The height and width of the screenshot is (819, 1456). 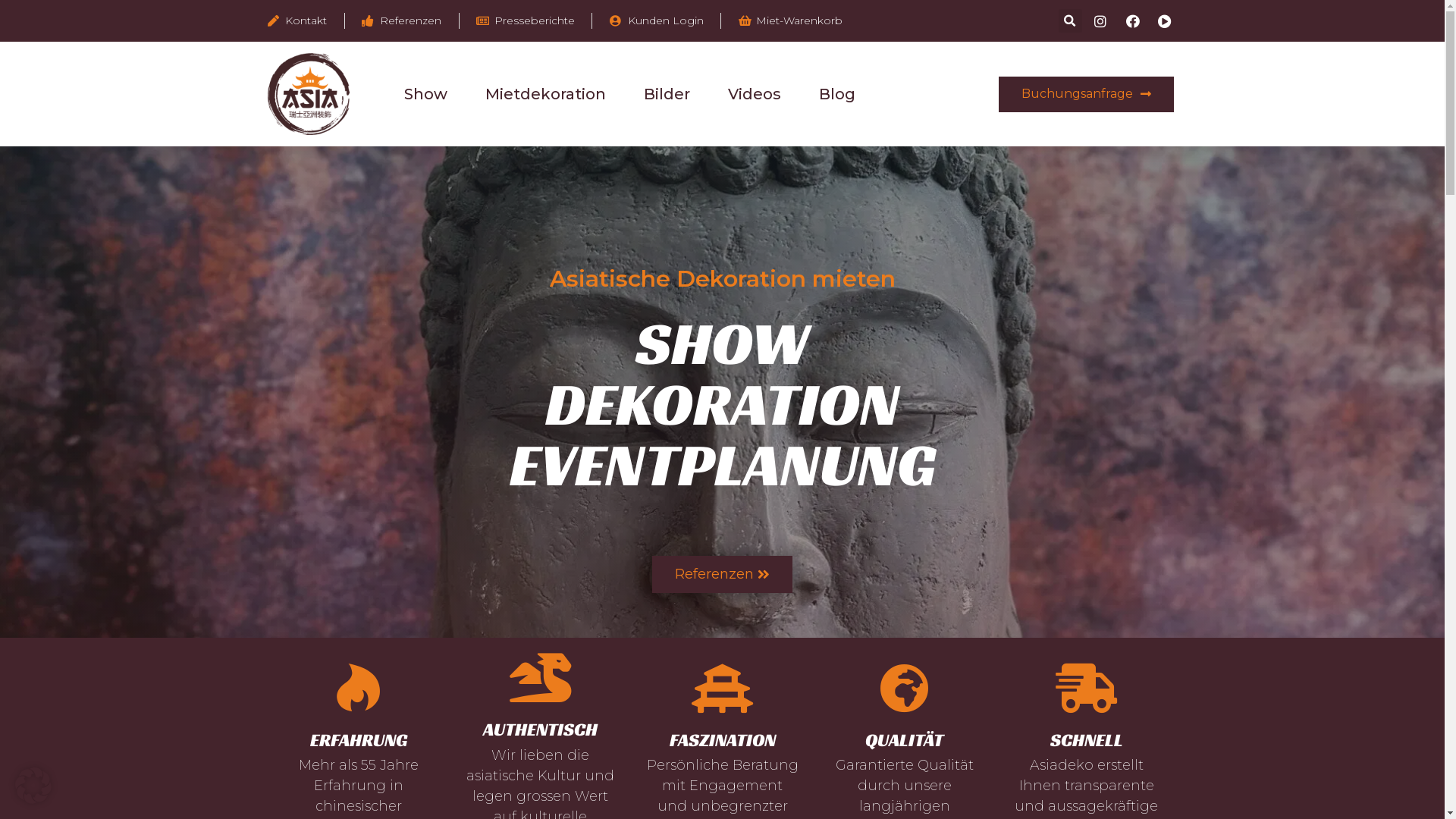 What do you see at coordinates (728, 93) in the screenshot?
I see `'Videos'` at bounding box center [728, 93].